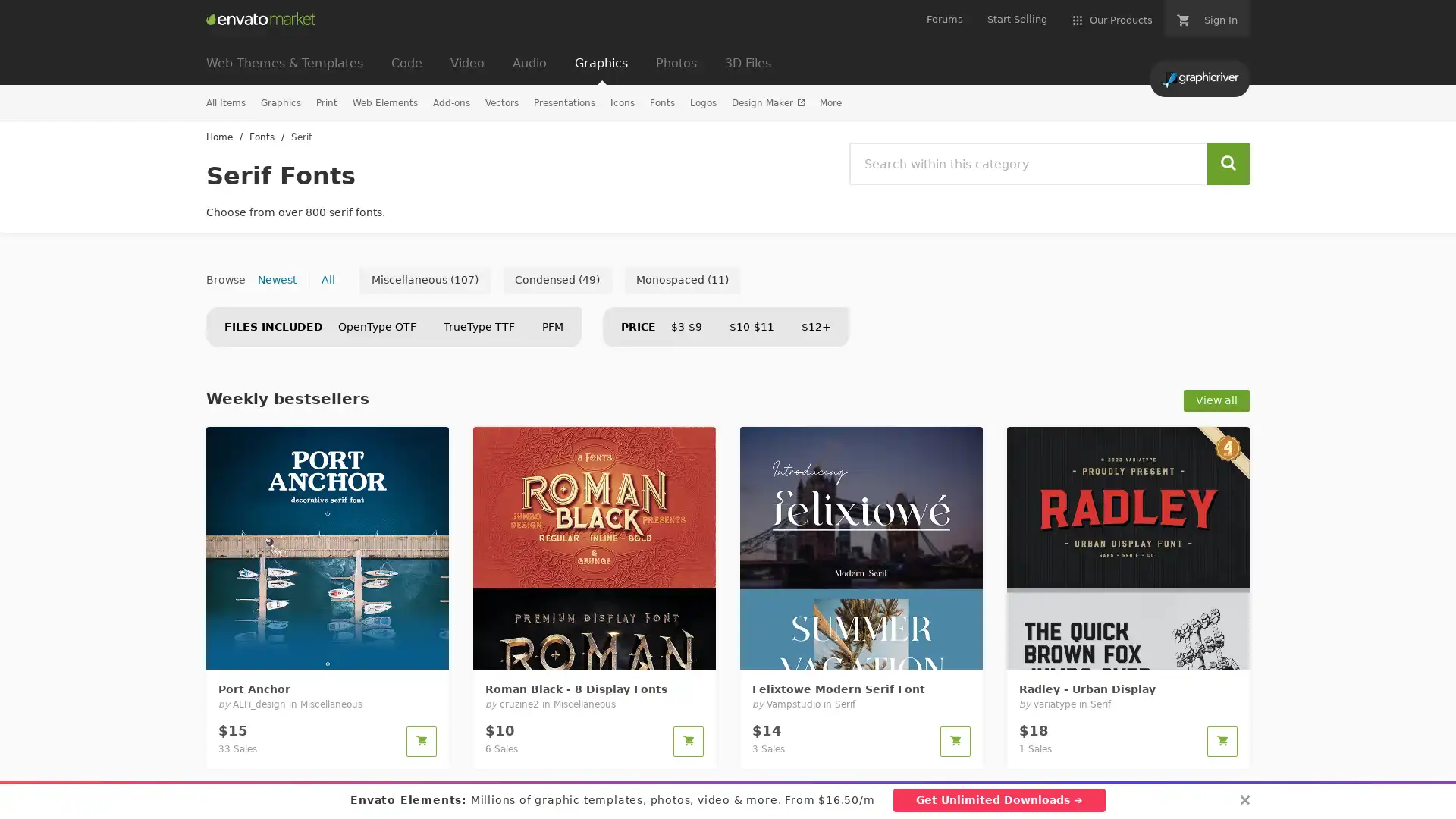  I want to click on Search, so click(1228, 164).